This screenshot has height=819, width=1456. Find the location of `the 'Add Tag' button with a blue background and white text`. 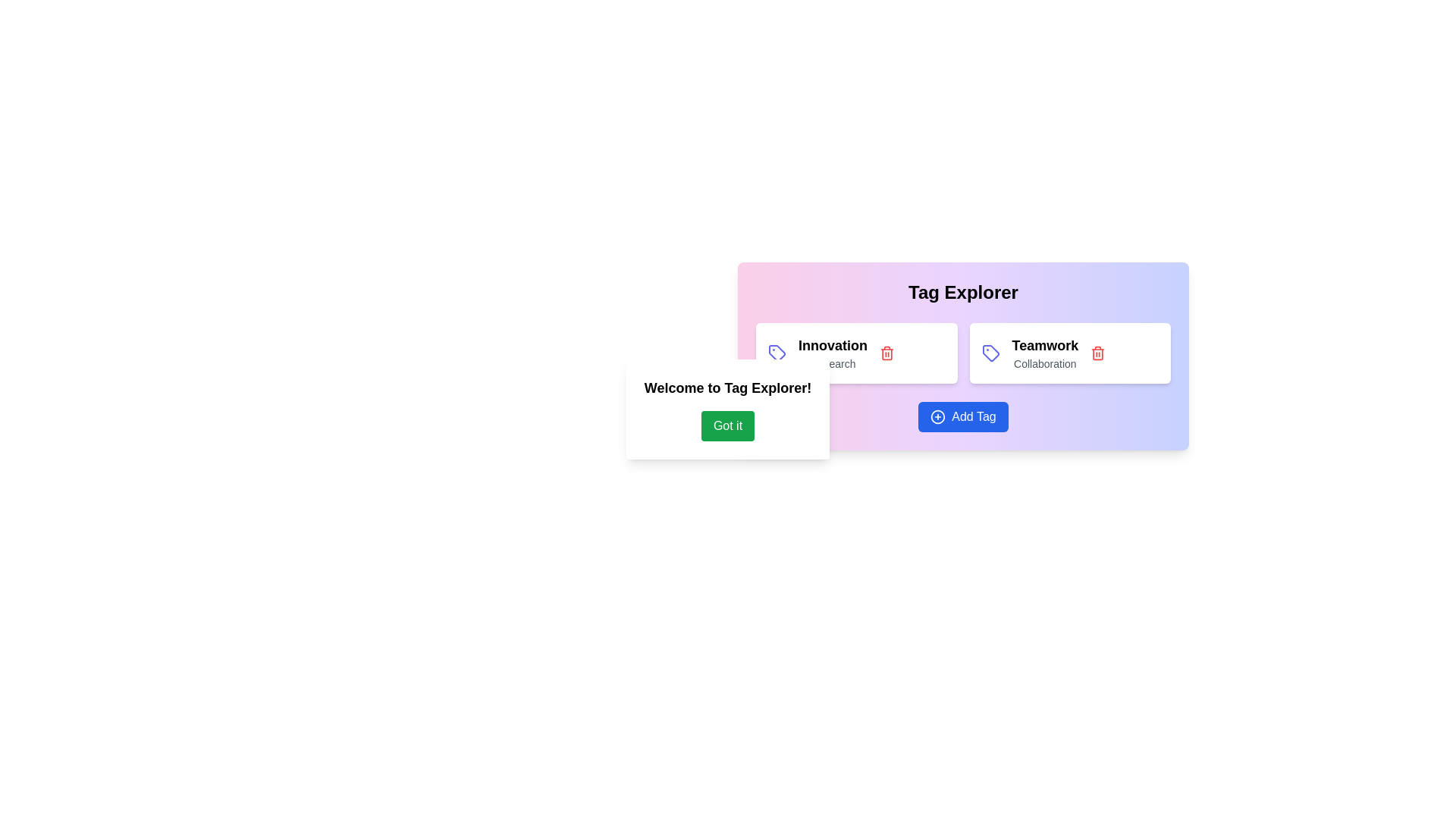

the 'Add Tag' button with a blue background and white text is located at coordinates (962, 417).